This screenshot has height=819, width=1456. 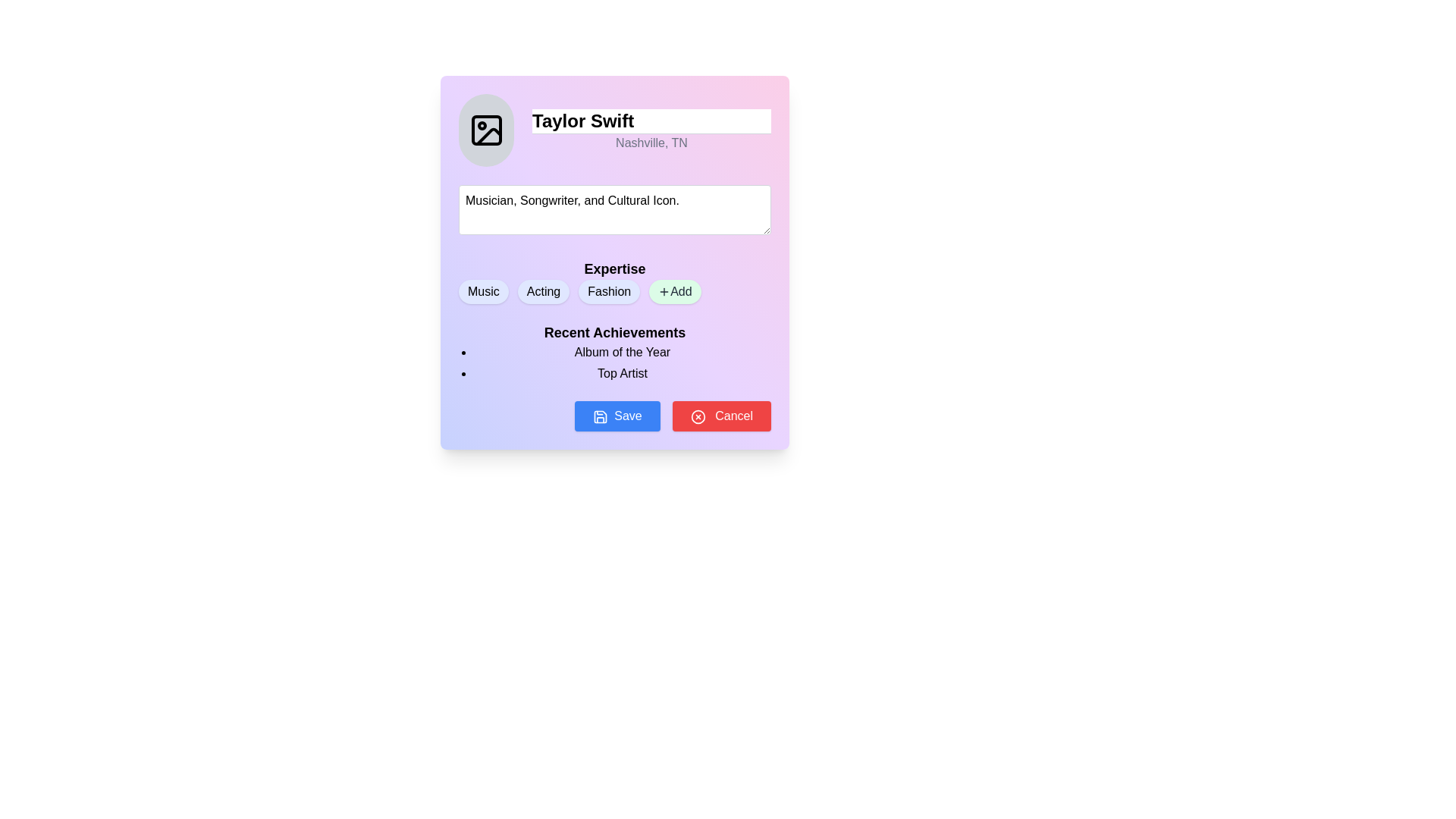 What do you see at coordinates (664, 292) in the screenshot?
I see `the 'Add' icon located inside the button at the rightmost side of the row of expertise options to initiate an adding action` at bounding box center [664, 292].